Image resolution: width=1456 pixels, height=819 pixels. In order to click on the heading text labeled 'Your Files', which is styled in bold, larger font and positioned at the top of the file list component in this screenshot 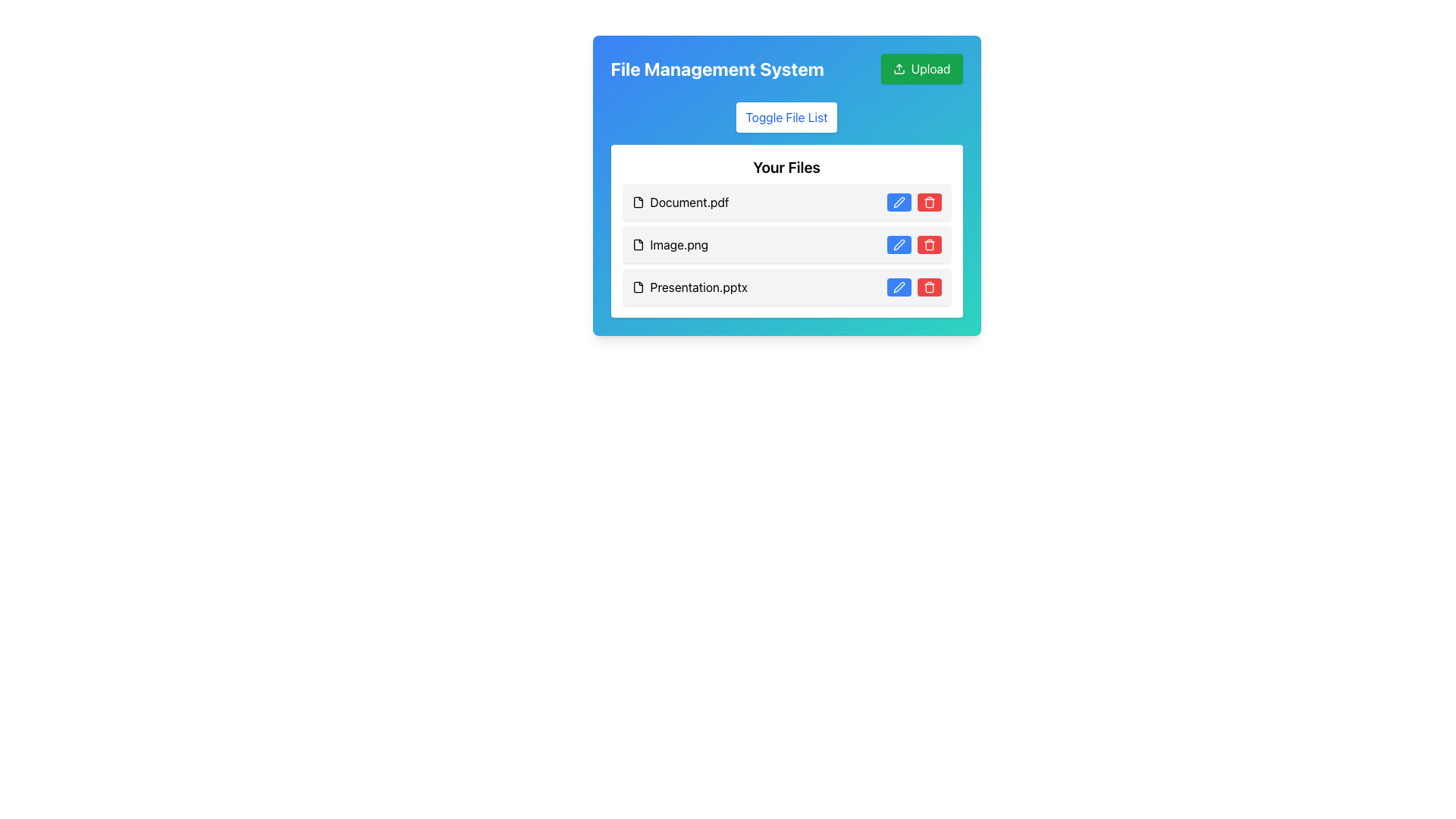, I will do `click(786, 167)`.